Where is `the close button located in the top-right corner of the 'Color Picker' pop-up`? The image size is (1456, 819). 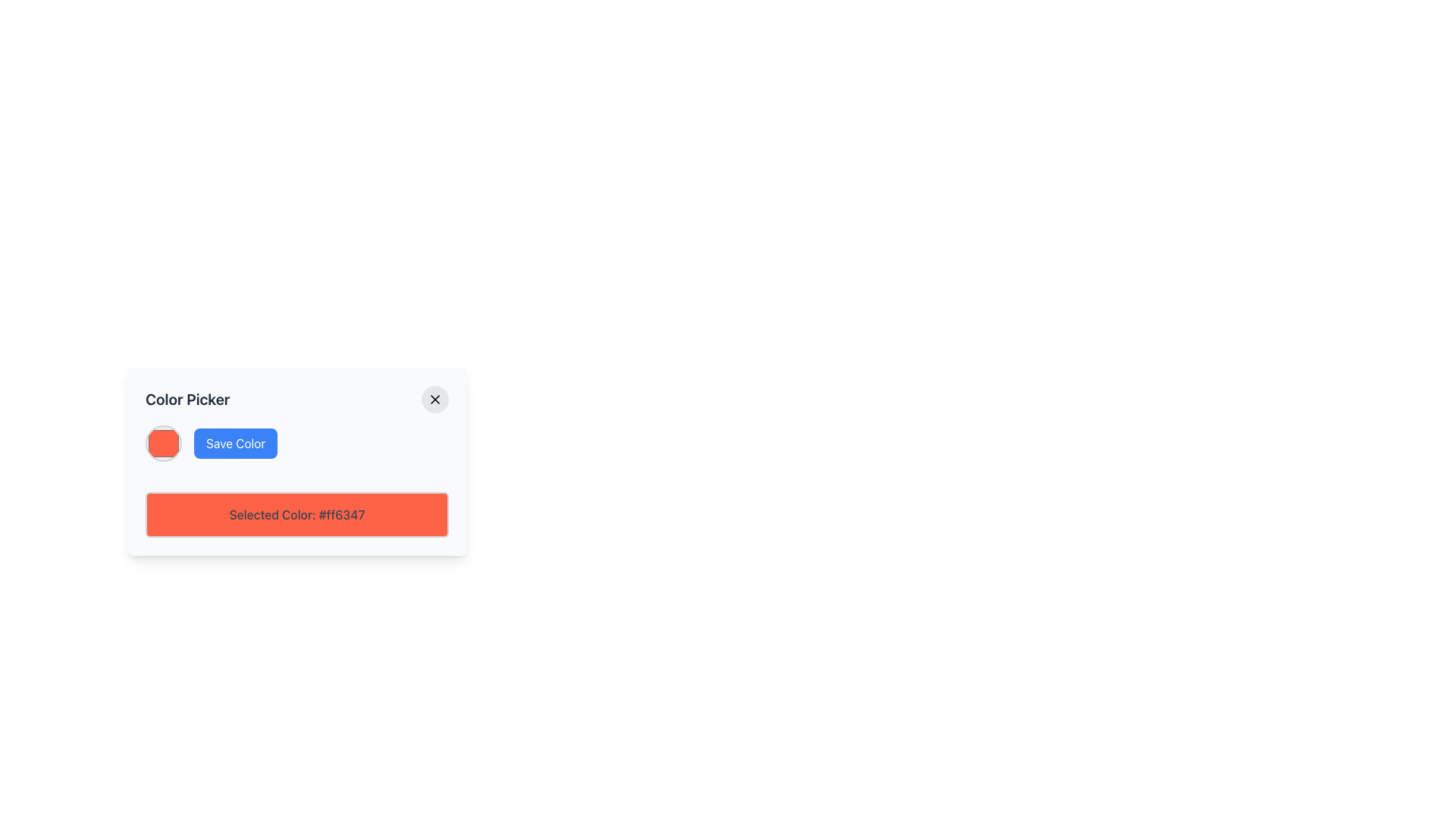 the close button located in the top-right corner of the 'Color Picker' pop-up is located at coordinates (435, 399).